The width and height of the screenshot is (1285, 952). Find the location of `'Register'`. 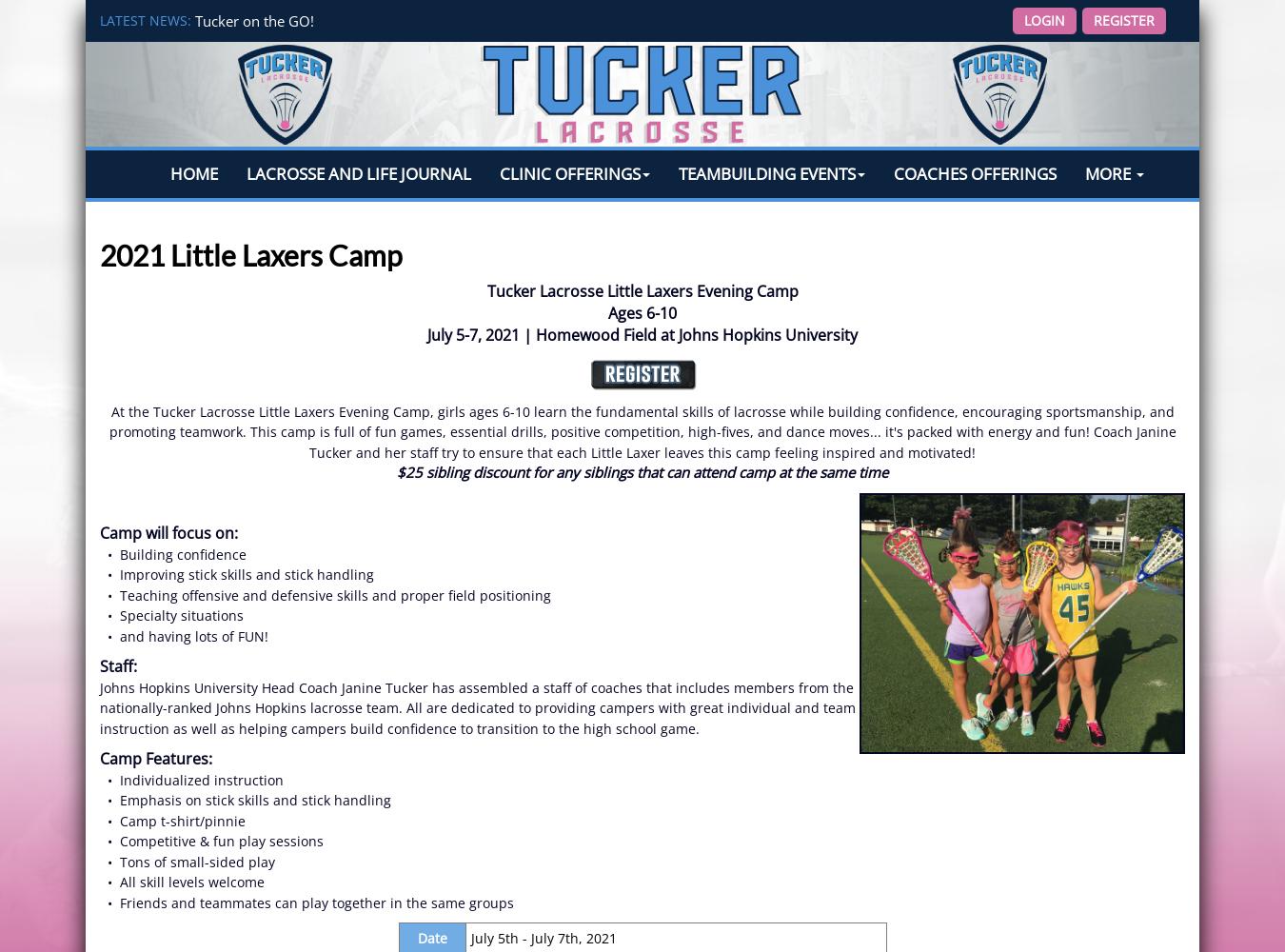

'Register' is located at coordinates (1122, 20).